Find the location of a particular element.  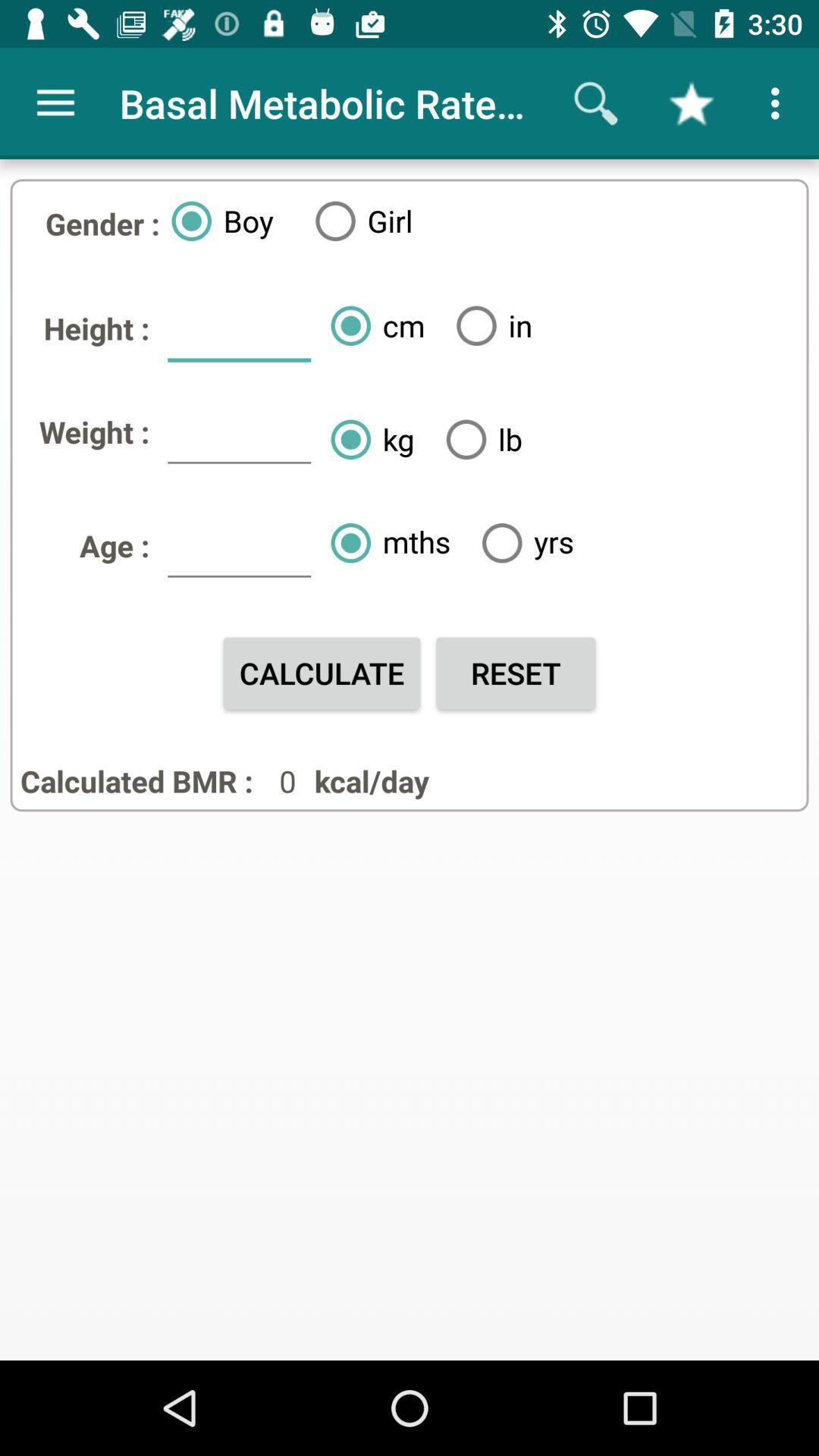

icon next to weight : item is located at coordinates (239, 438).